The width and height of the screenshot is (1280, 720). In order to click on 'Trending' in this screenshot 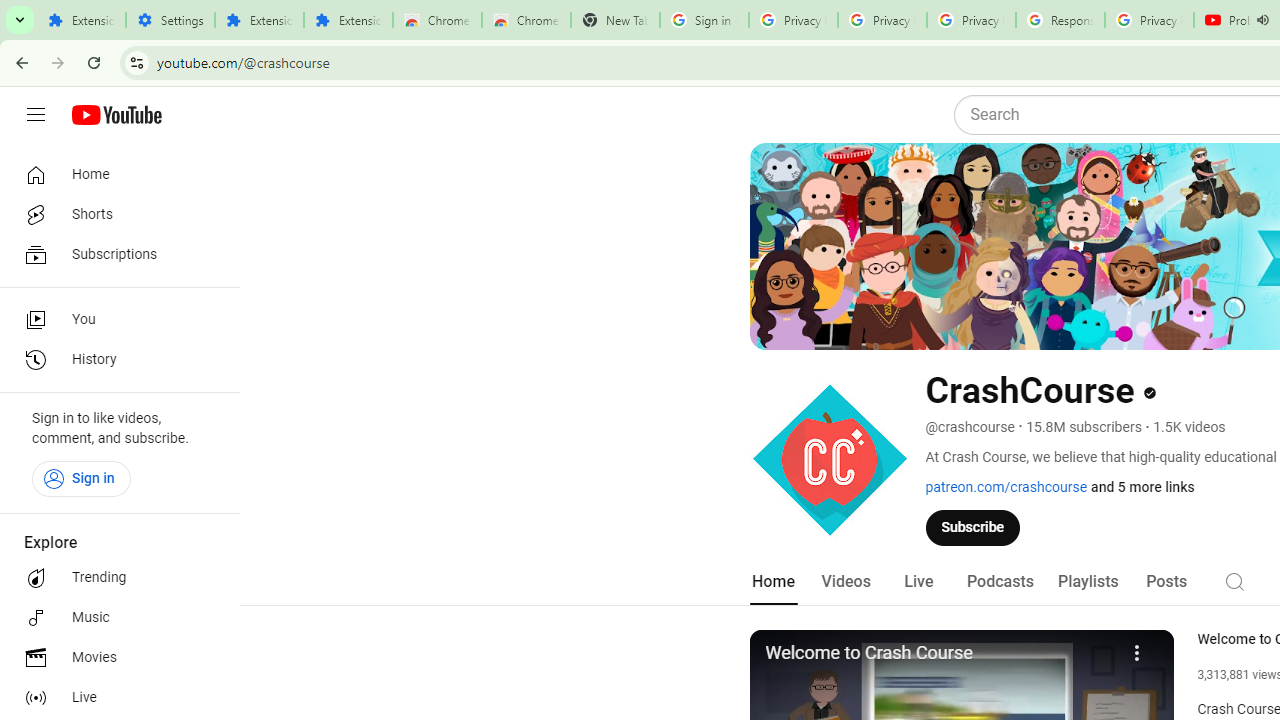, I will do `click(112, 578)`.